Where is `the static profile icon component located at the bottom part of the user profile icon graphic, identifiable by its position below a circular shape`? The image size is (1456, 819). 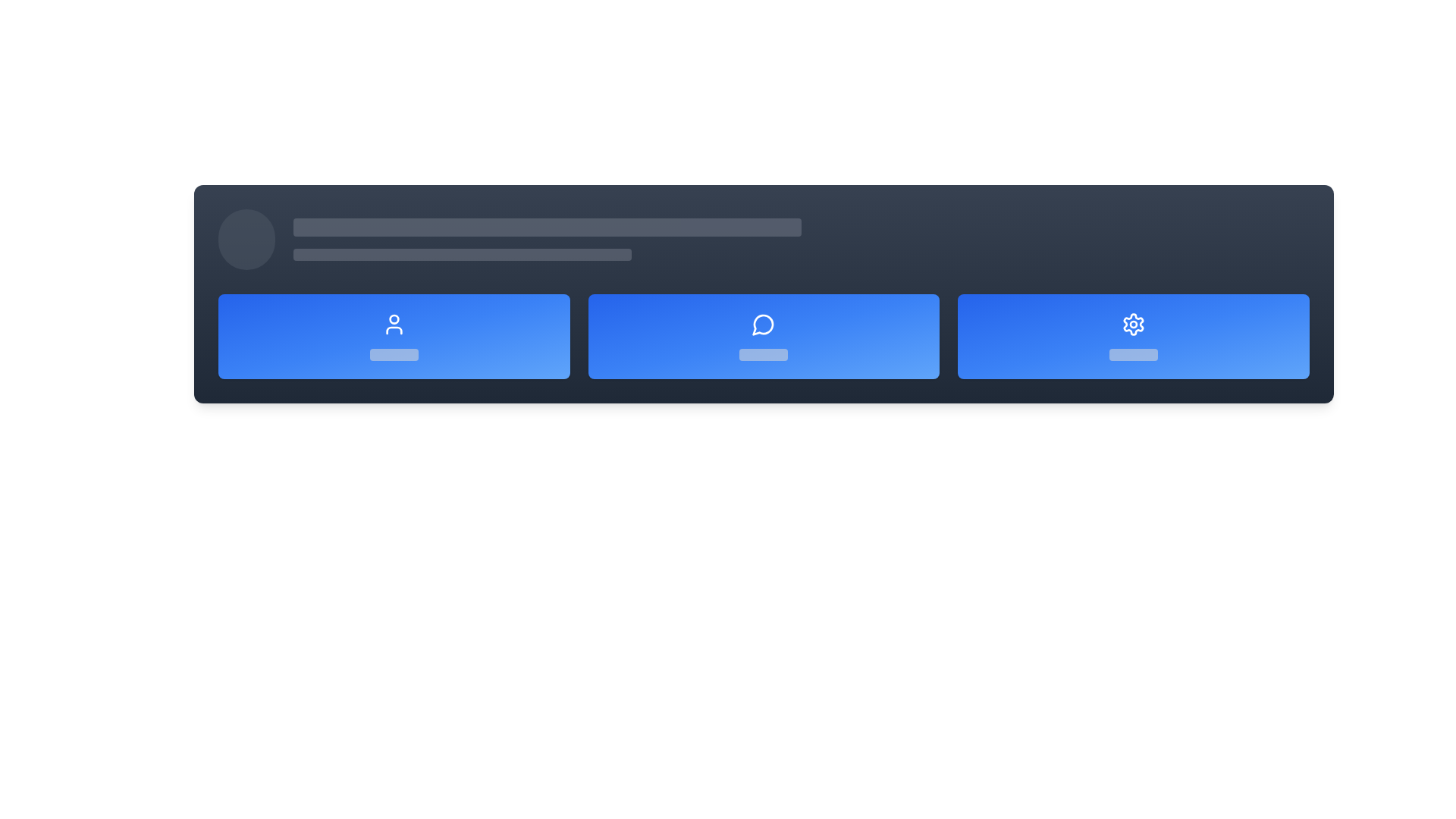
the static profile icon component located at the bottom part of the user profile icon graphic, identifiable by its position below a circular shape is located at coordinates (394, 329).